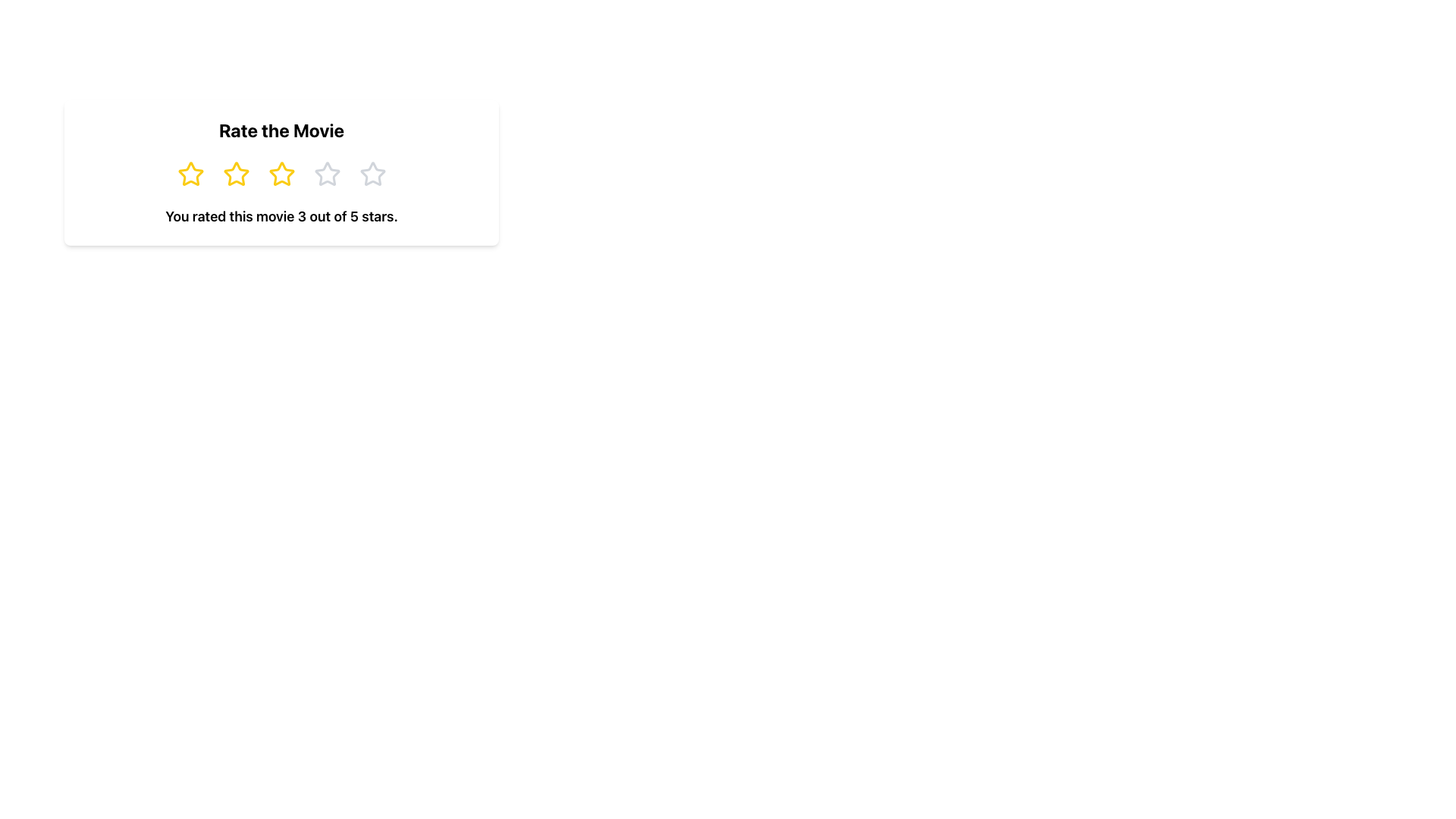 The height and width of the screenshot is (819, 1456). Describe the element at coordinates (372, 173) in the screenshot. I see `the fourth hollow star icon with a gray outline, located in the 'Rate the Movie' card panel` at that location.